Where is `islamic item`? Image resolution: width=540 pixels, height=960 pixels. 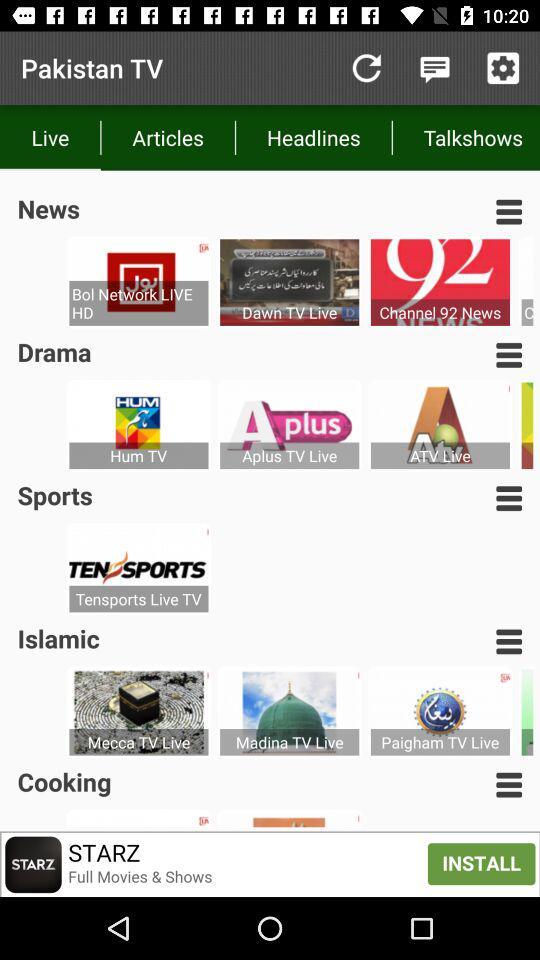
islamic item is located at coordinates (58, 637).